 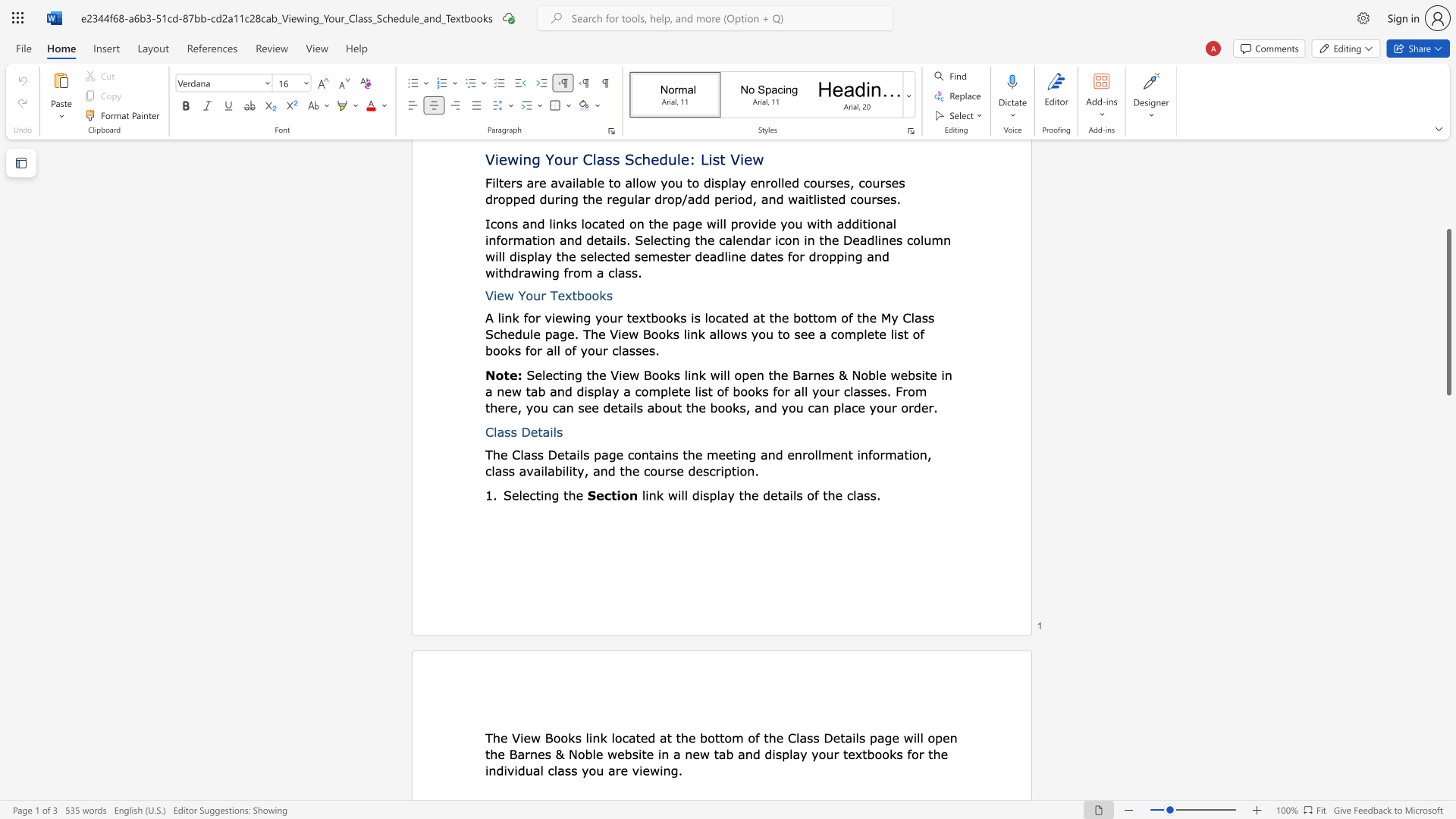 I want to click on the side scrollbar to bring the page up, so click(x=1448, y=205).